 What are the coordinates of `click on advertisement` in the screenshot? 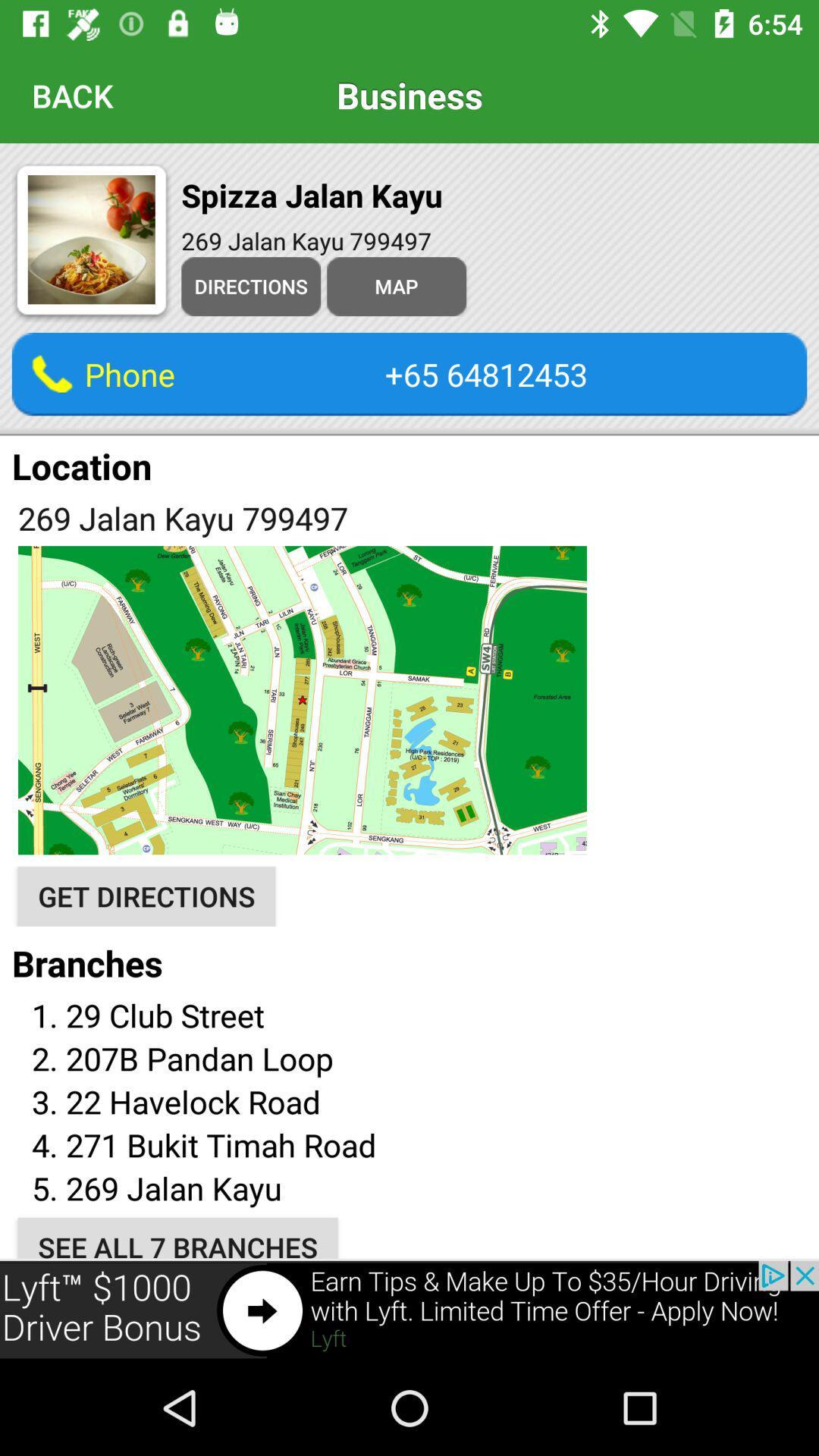 It's located at (409, 1310).